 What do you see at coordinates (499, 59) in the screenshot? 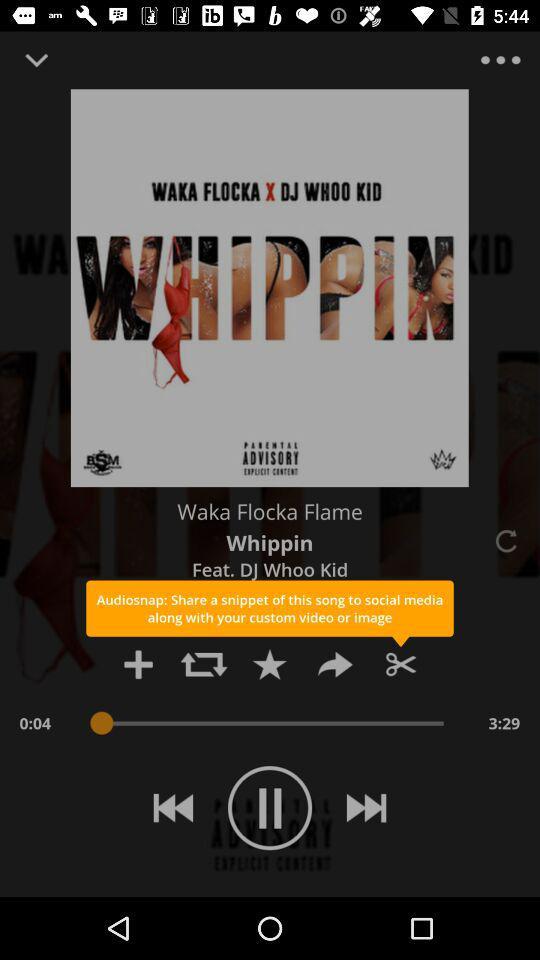
I see `the more icon` at bounding box center [499, 59].